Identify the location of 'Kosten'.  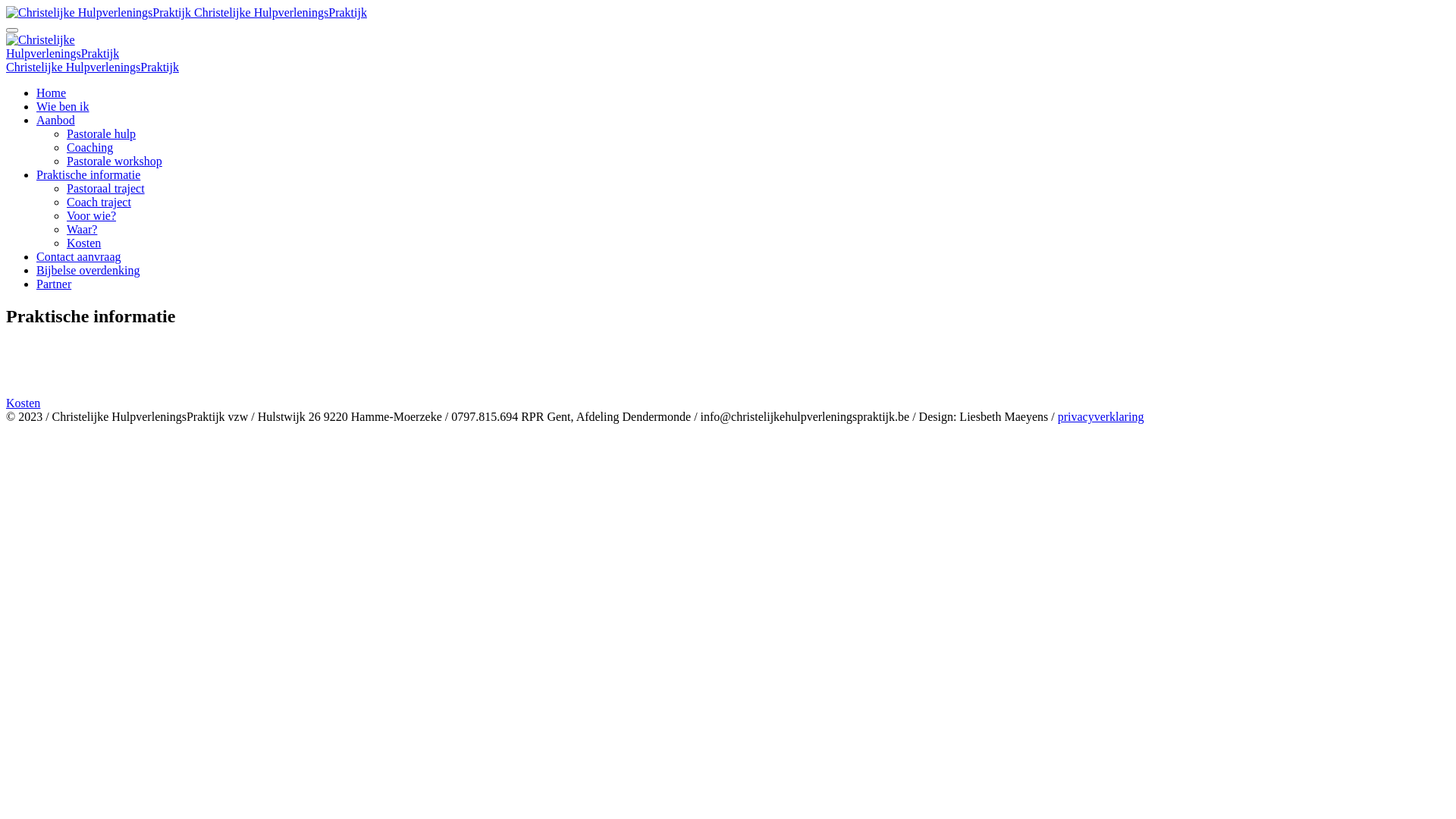
(83, 242).